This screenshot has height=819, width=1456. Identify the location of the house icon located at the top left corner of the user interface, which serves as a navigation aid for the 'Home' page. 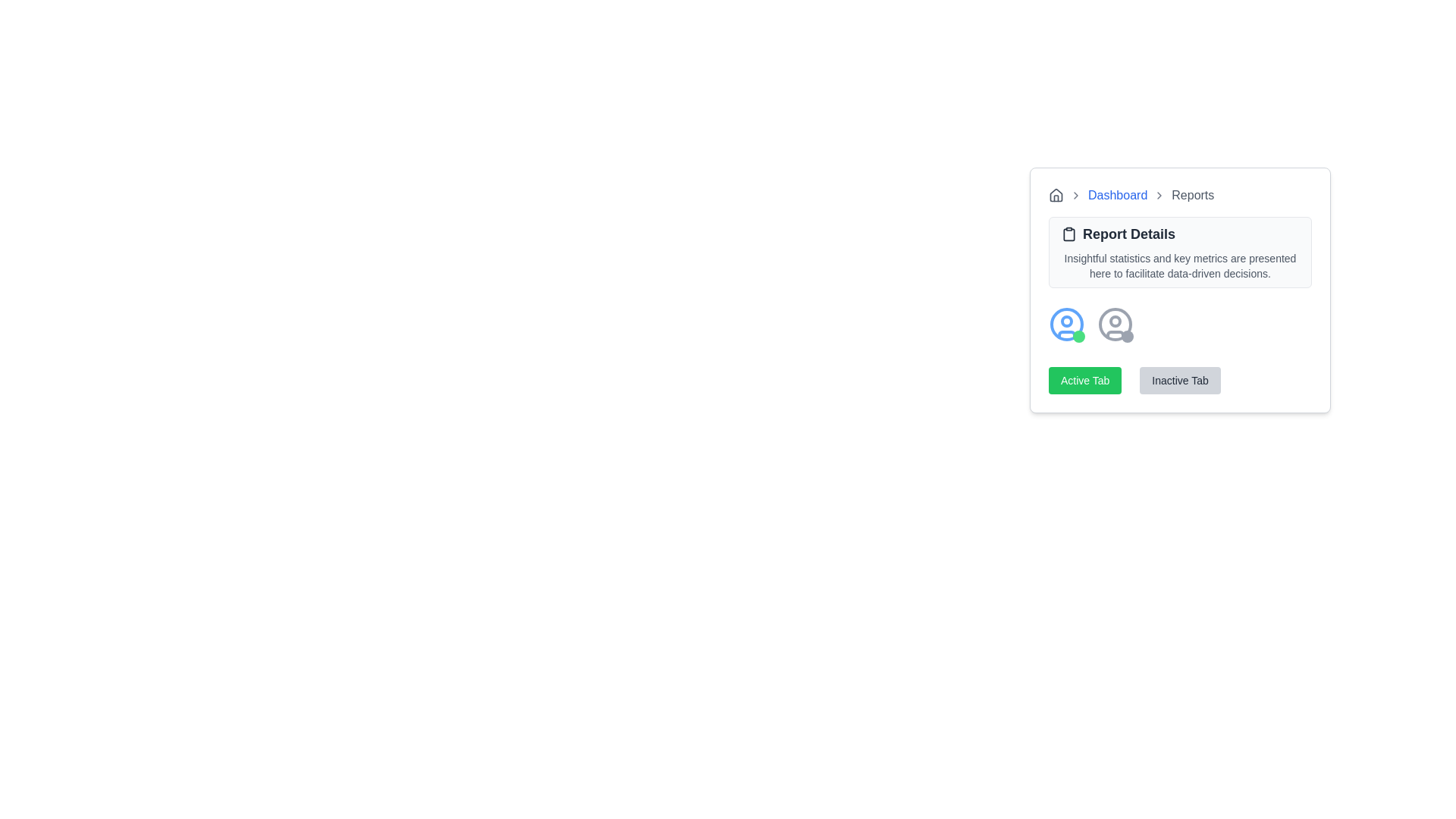
(1055, 194).